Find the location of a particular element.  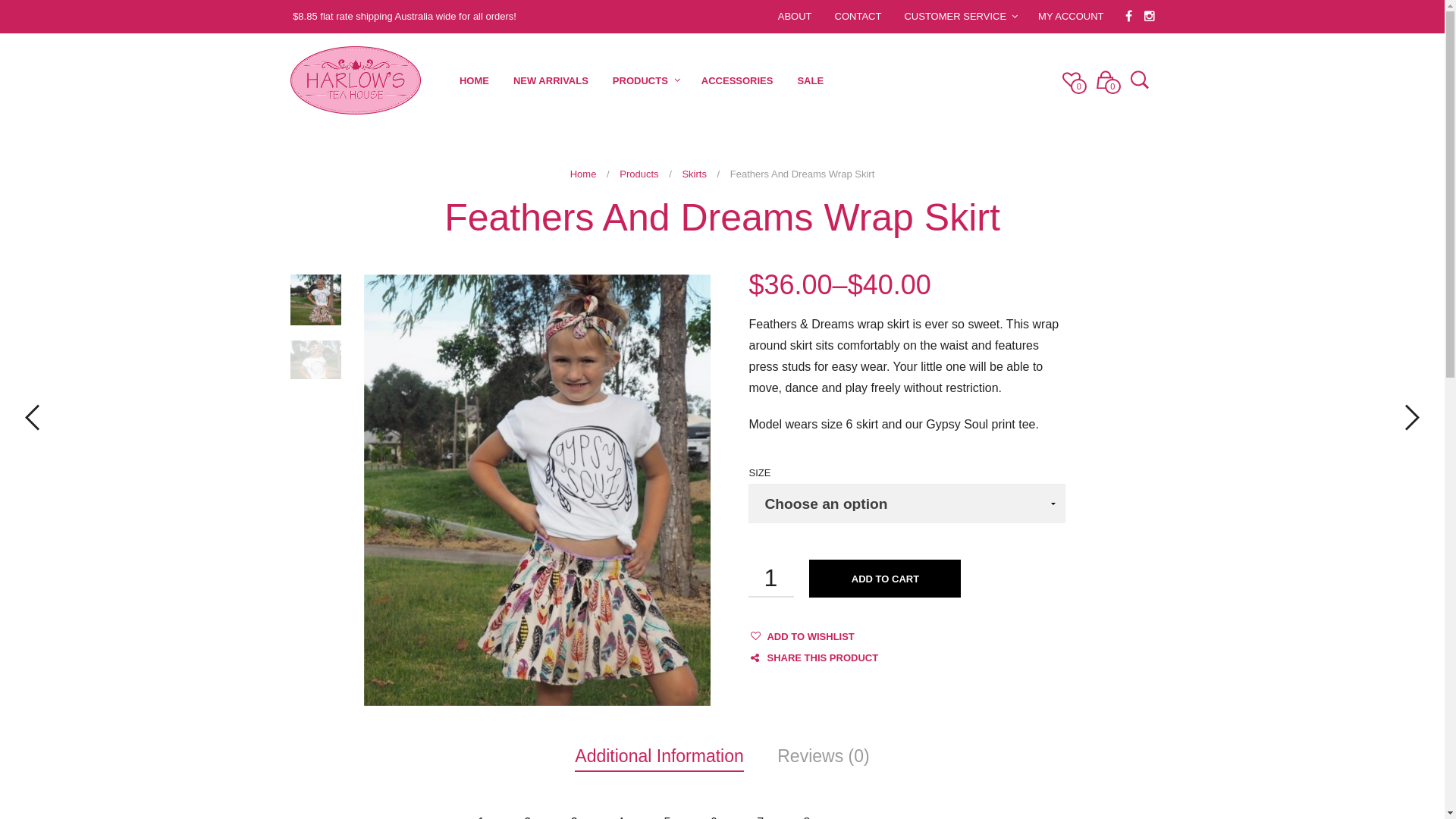

'ACCESSORIES' is located at coordinates (737, 80).